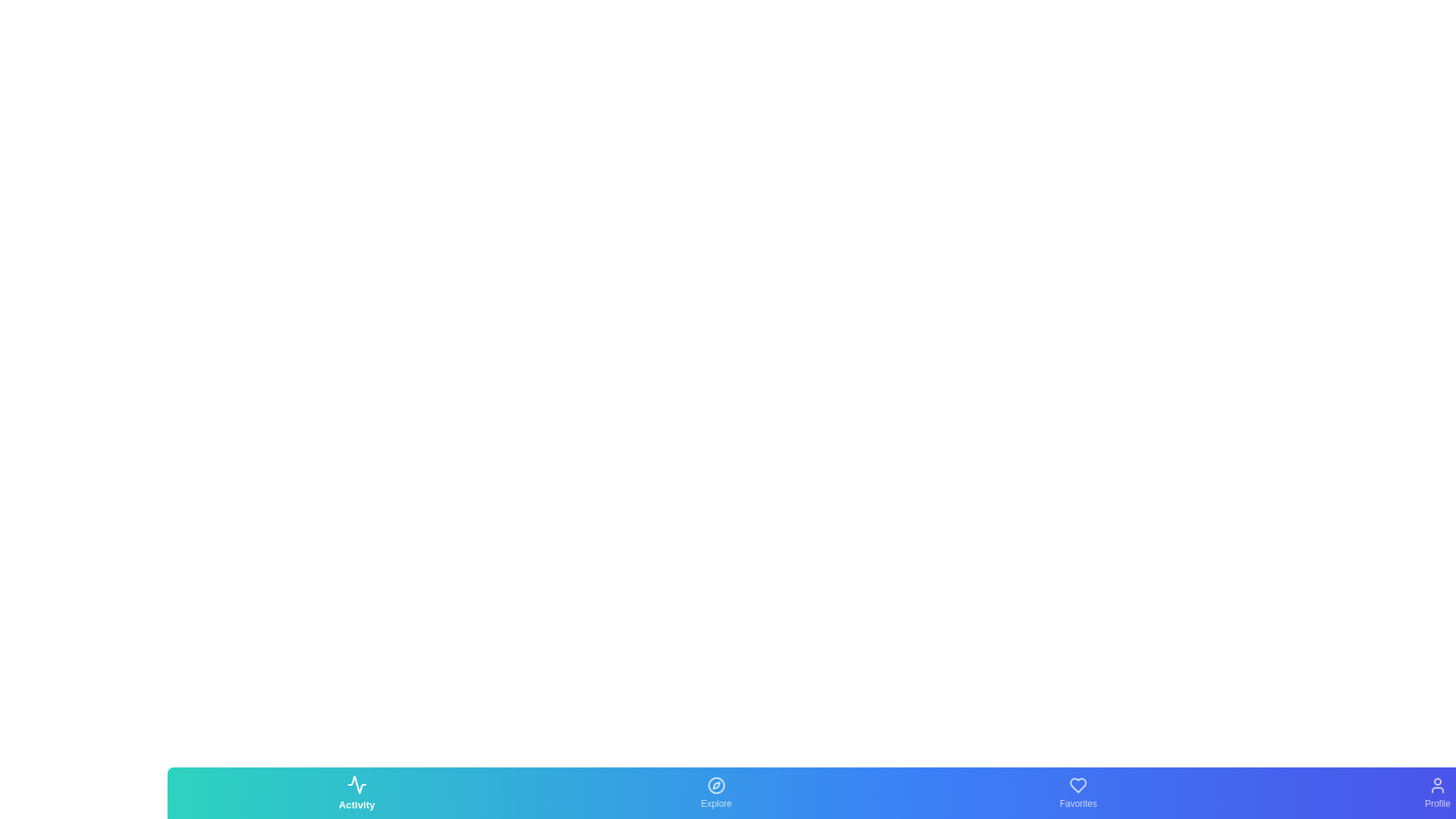 Image resolution: width=1456 pixels, height=819 pixels. Describe the element at coordinates (356, 792) in the screenshot. I see `the Activity tab by clicking on its corresponding button` at that location.